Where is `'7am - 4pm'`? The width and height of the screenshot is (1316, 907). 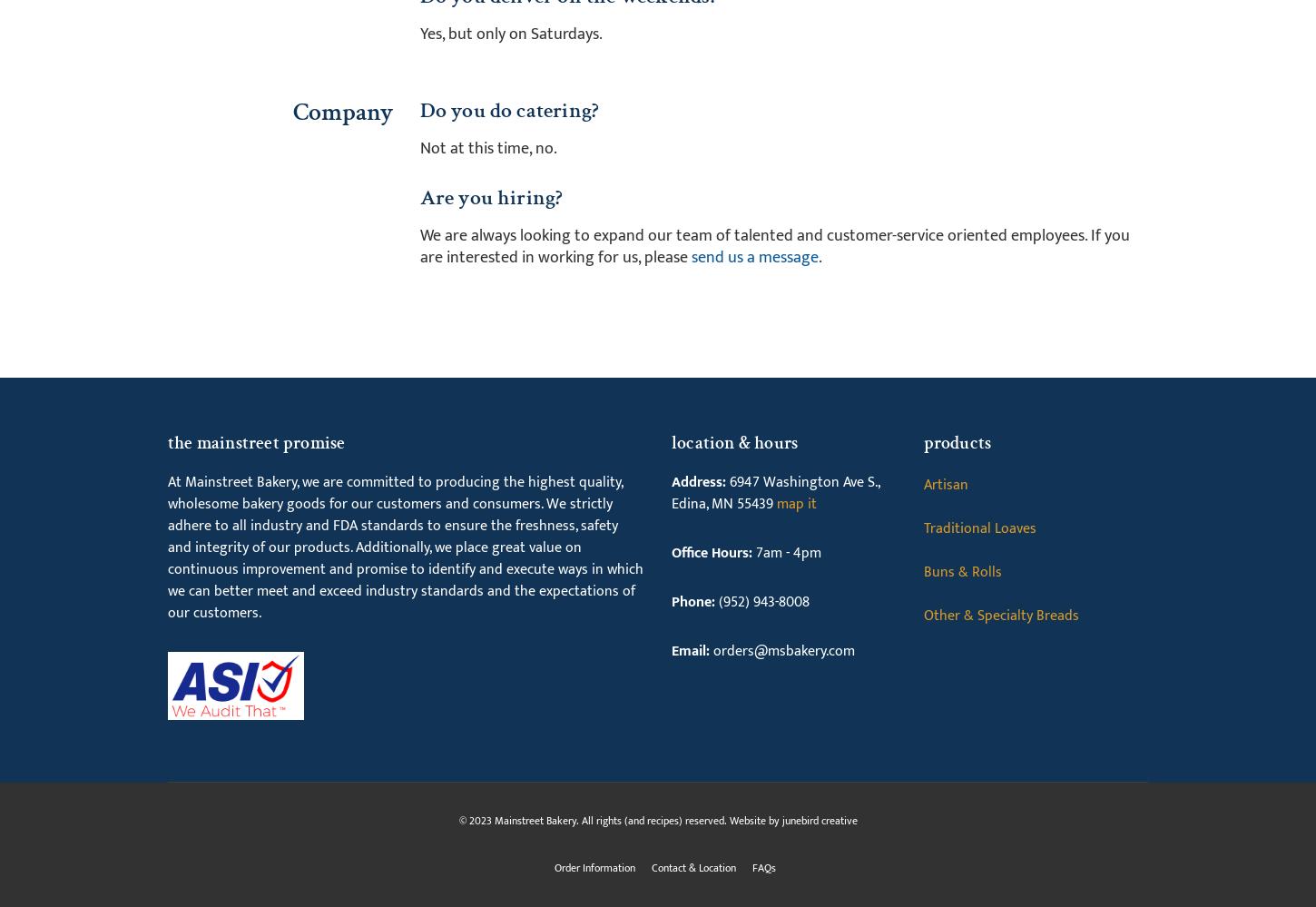 '7am - 4pm' is located at coordinates (785, 552).